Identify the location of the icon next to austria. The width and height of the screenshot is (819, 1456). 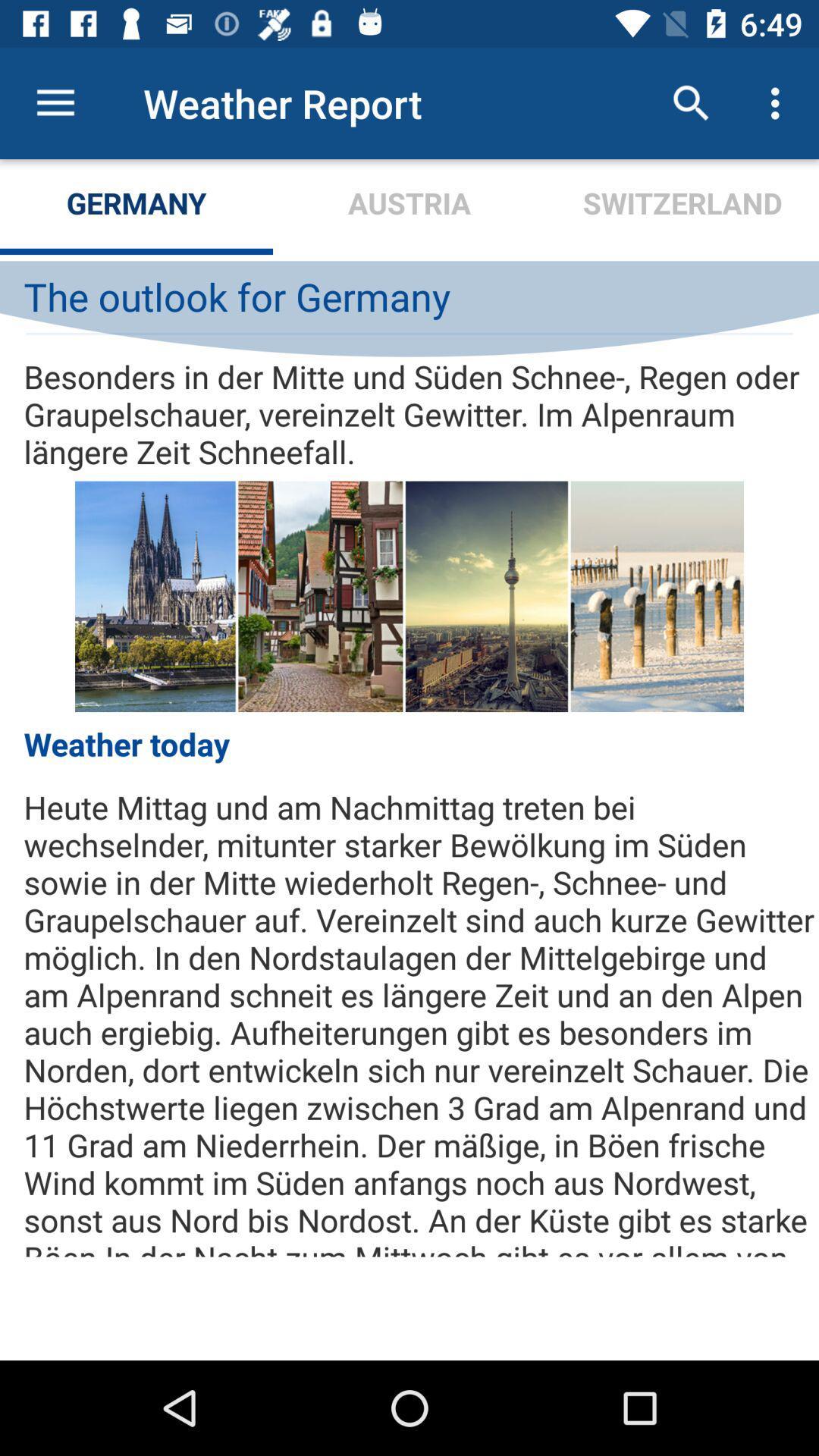
(691, 102).